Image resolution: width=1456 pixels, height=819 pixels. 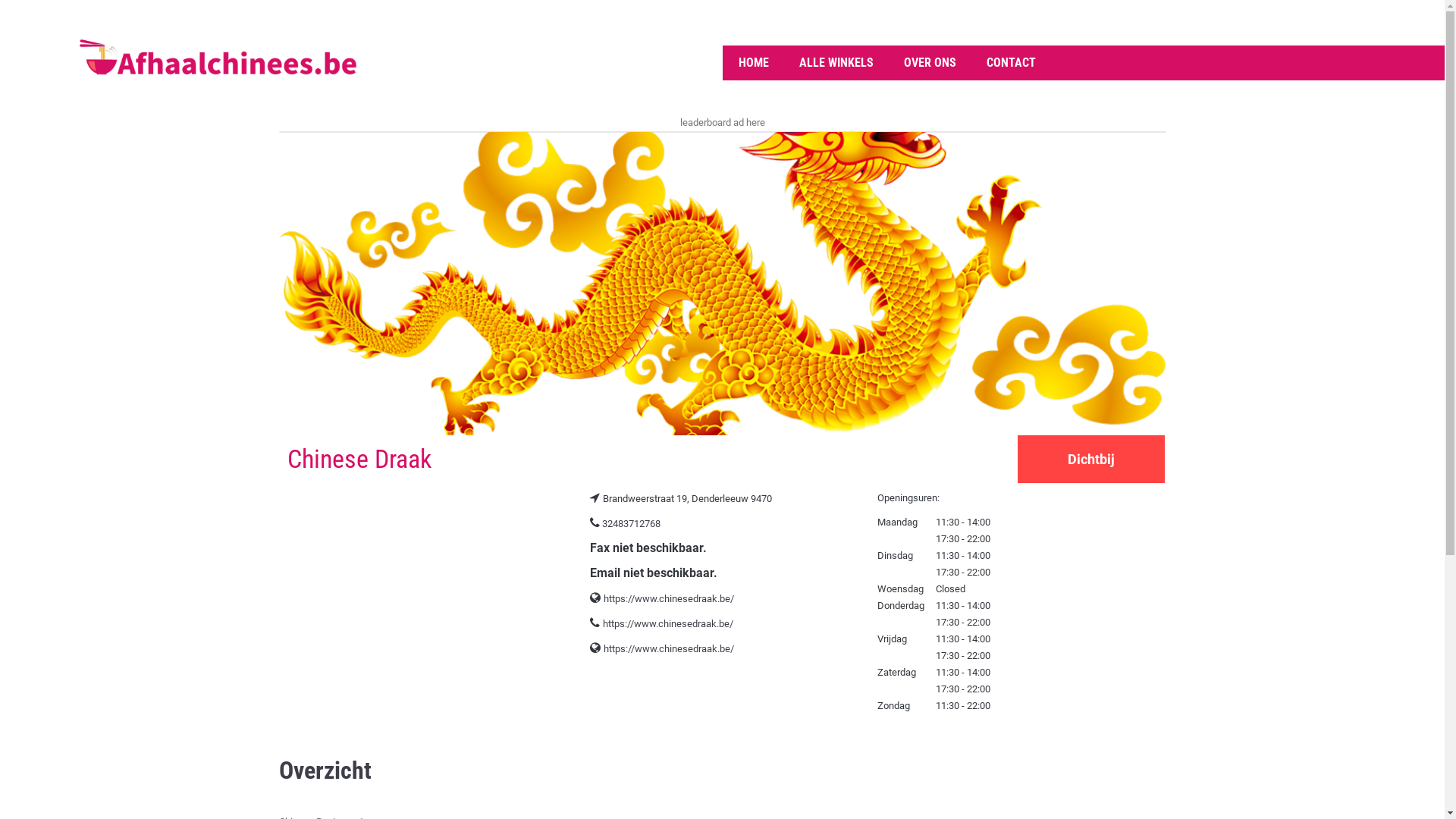 What do you see at coordinates (667, 623) in the screenshot?
I see `'https://www.chinesedraak.be/'` at bounding box center [667, 623].